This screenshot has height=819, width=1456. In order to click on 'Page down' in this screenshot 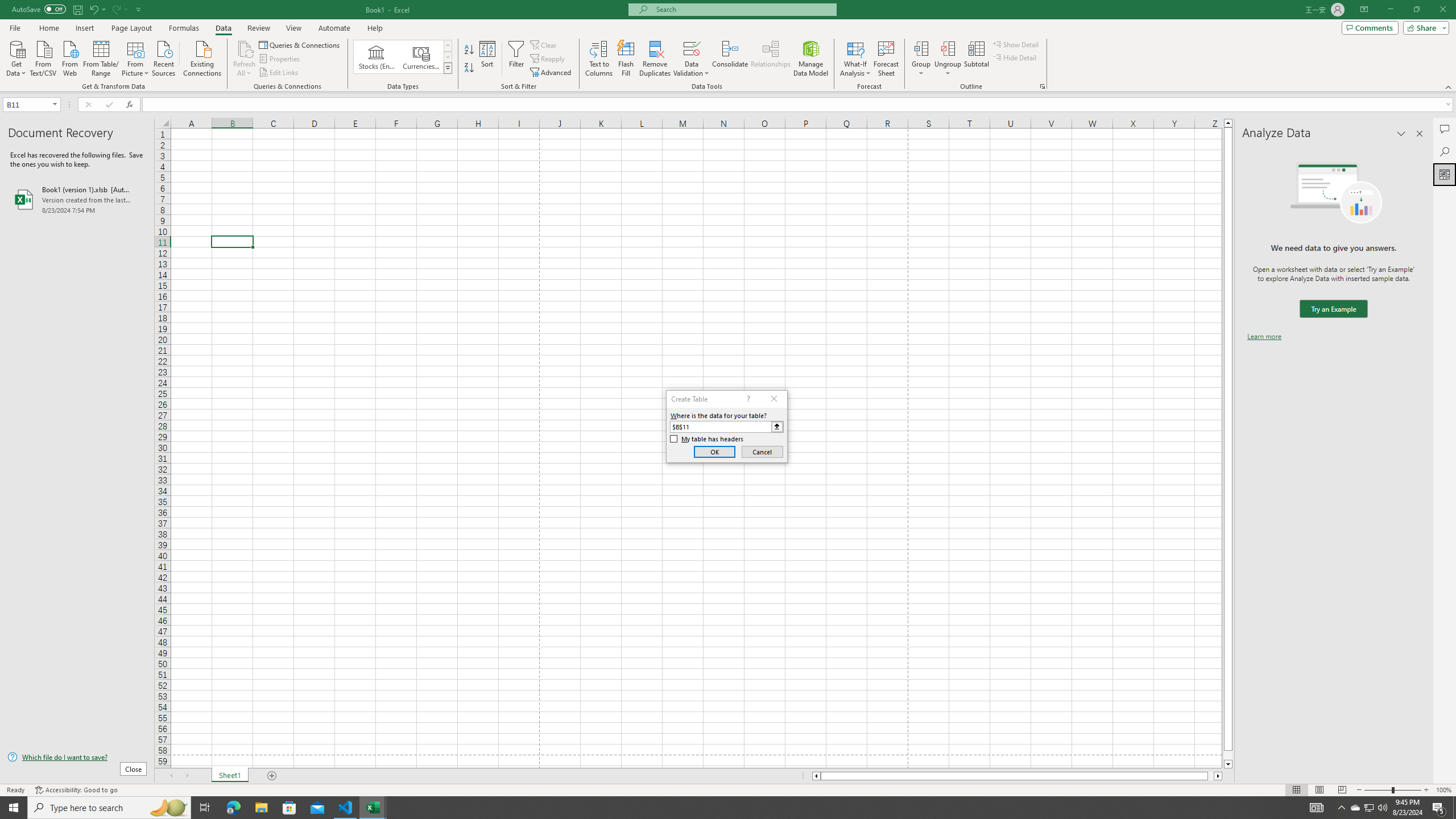, I will do `click(1228, 755)`.